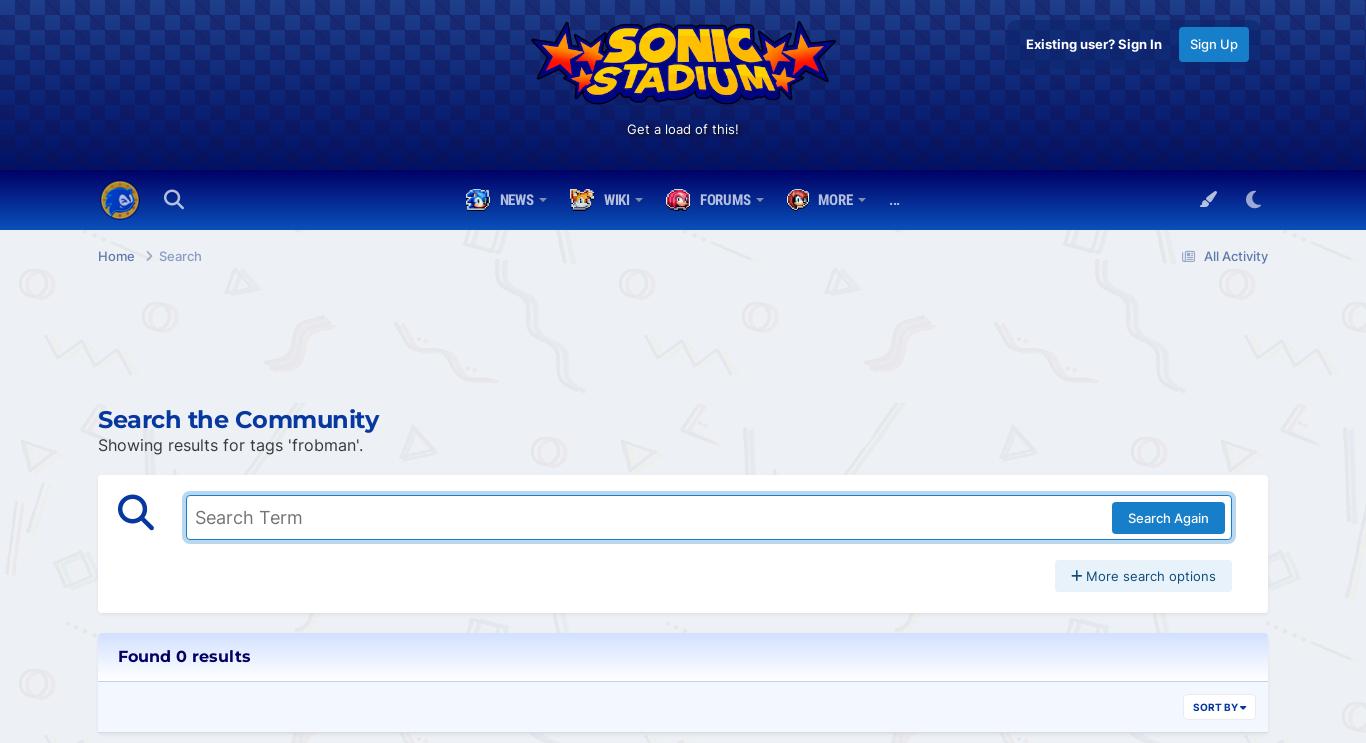 Image resolution: width=1366 pixels, height=743 pixels. Describe the element at coordinates (1168, 516) in the screenshot. I see `'Search Again'` at that location.